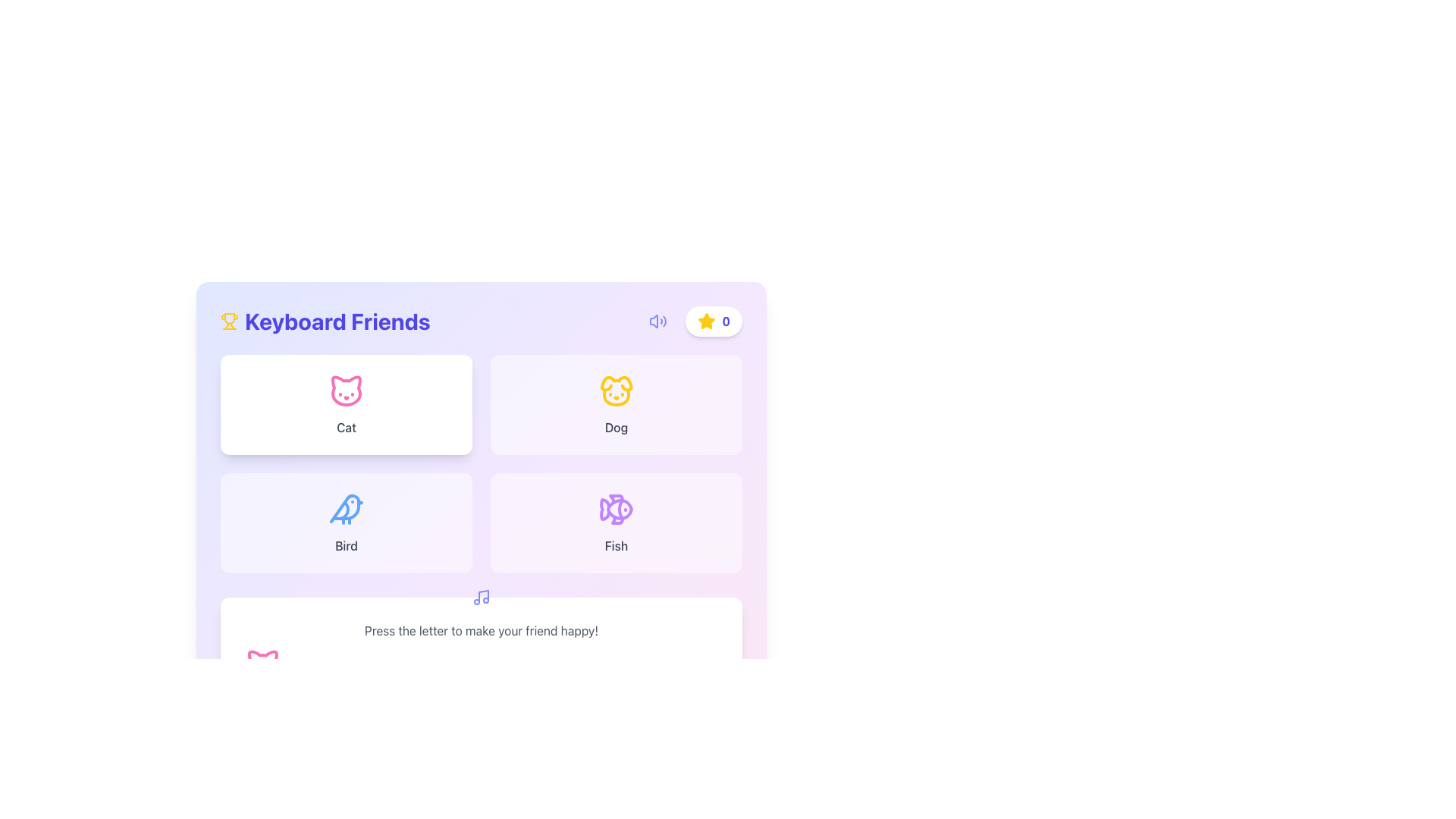  I want to click on the pink outline drawing of a cat face icon located at the top center of a card that contains the text 'cat', so click(345, 391).